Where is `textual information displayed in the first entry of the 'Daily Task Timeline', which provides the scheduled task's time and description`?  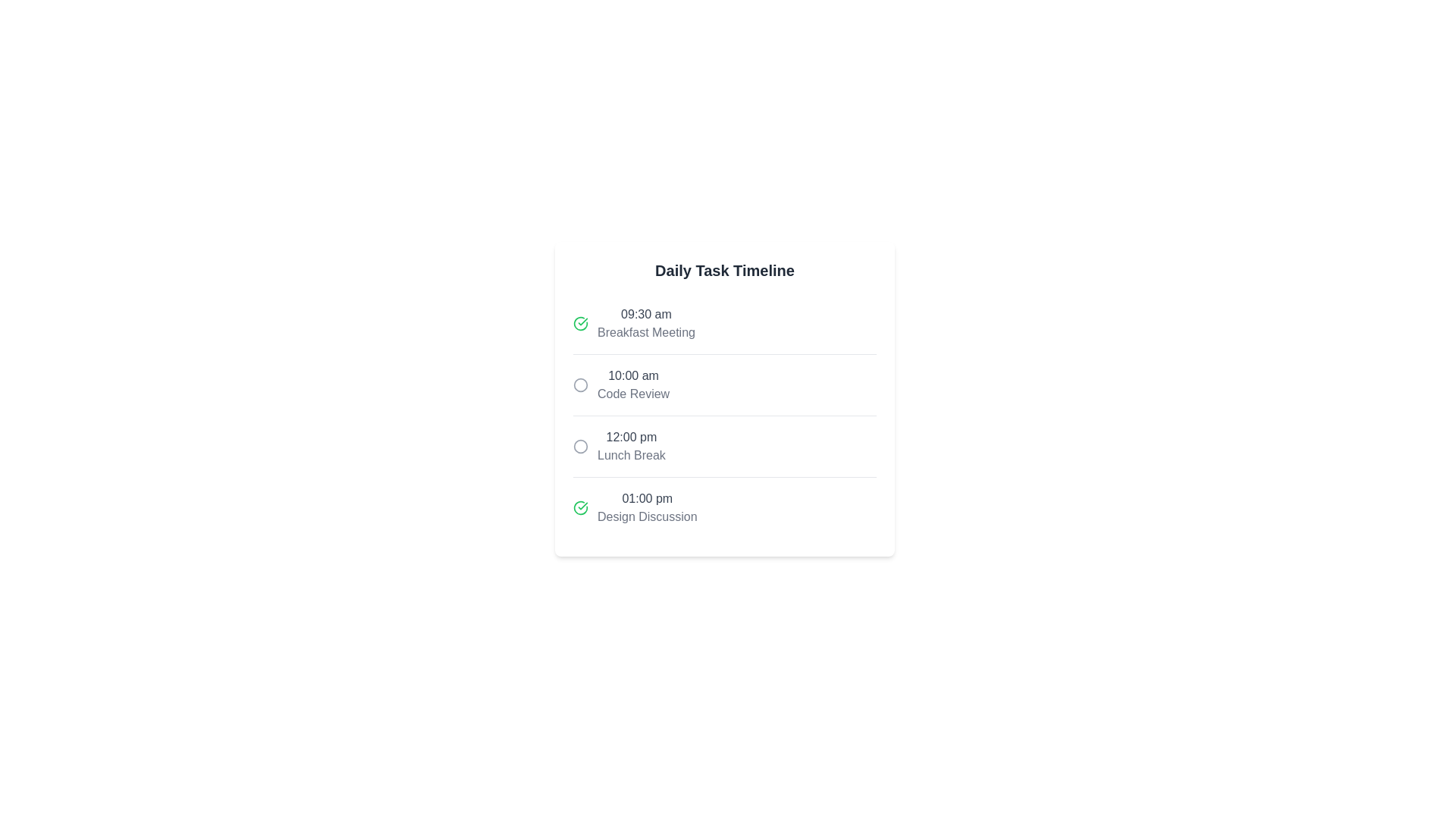
textual information displayed in the first entry of the 'Daily Task Timeline', which provides the scheduled task's time and description is located at coordinates (646, 323).